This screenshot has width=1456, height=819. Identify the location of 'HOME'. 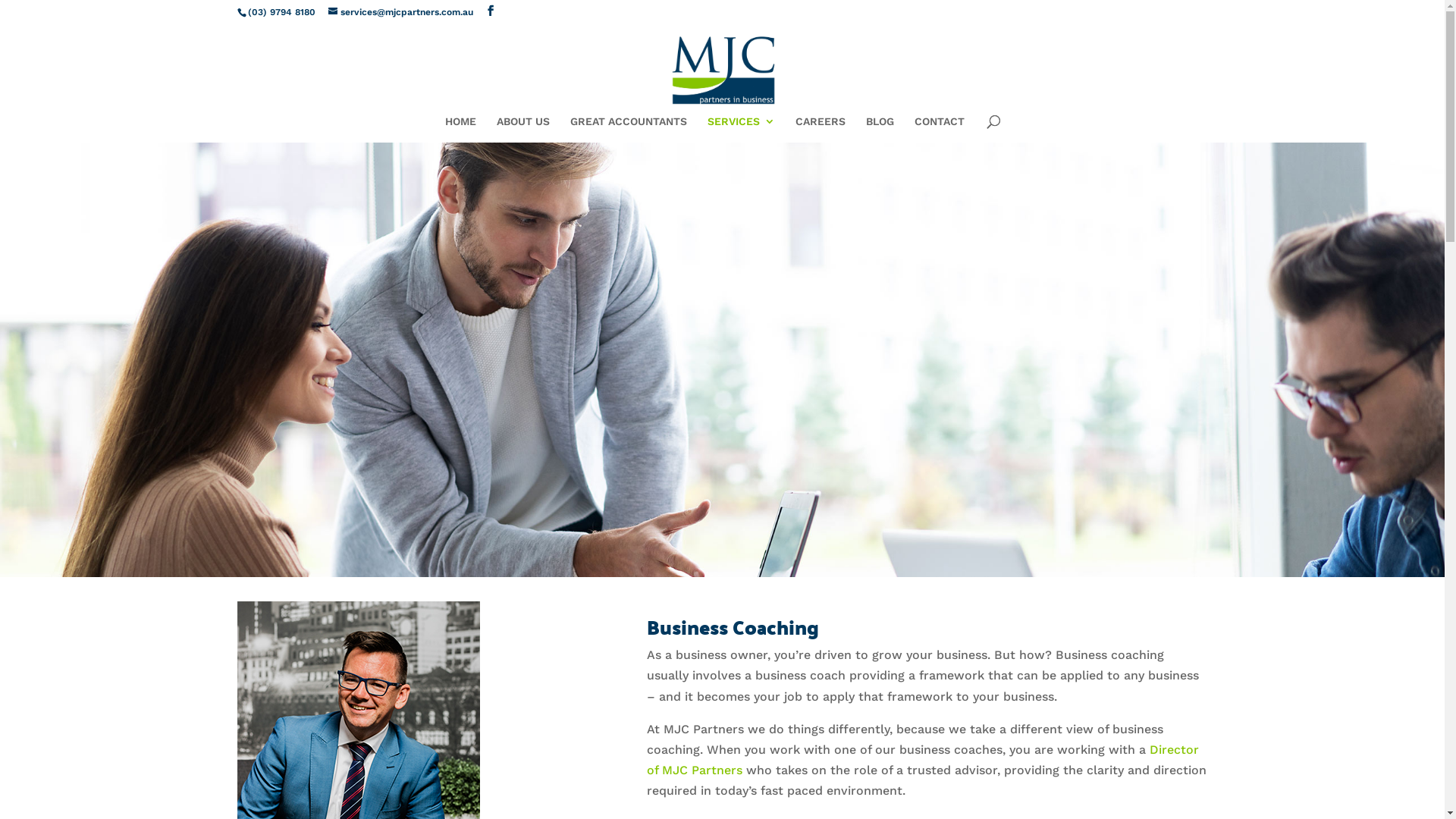
(443, 128).